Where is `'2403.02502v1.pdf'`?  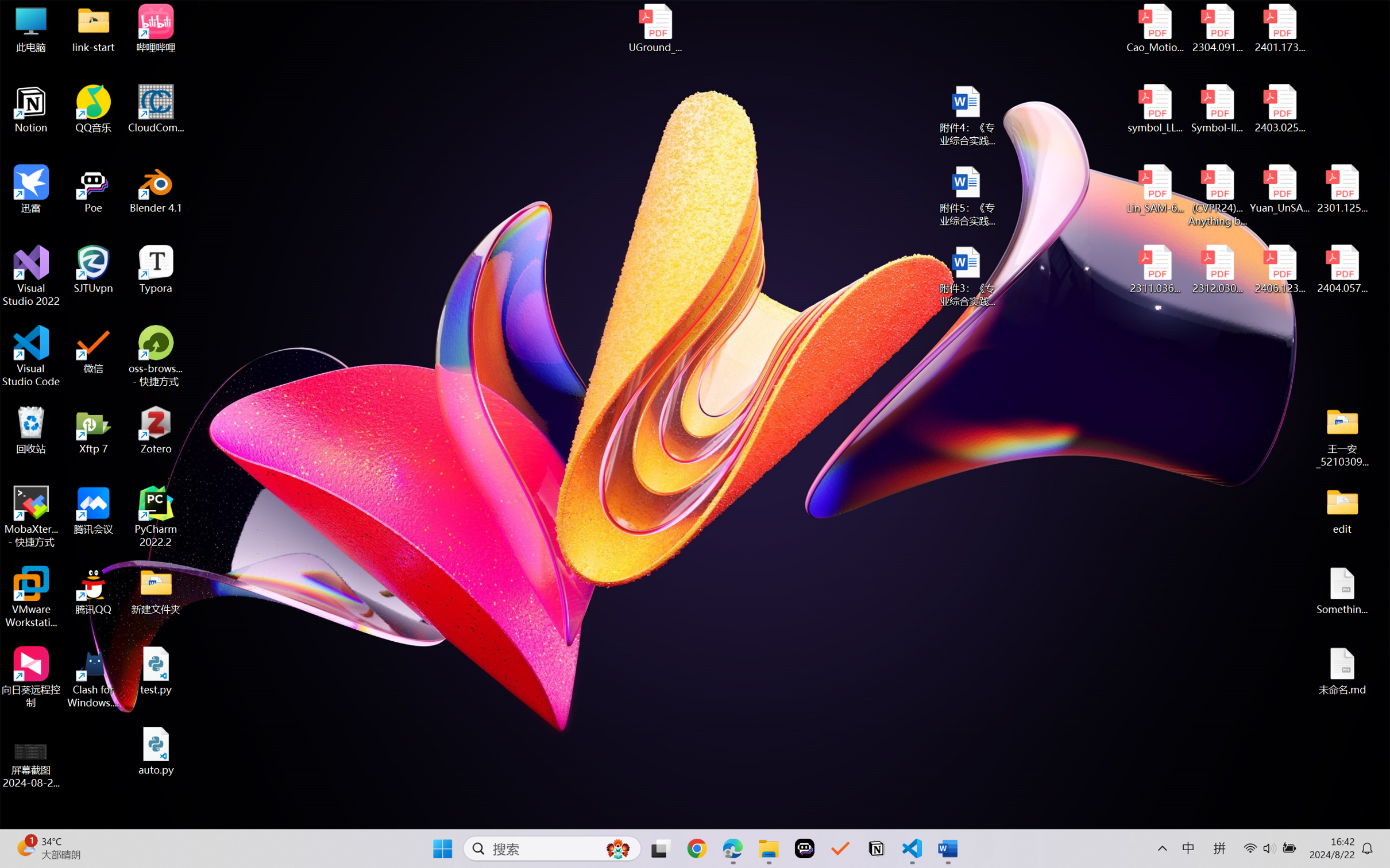 '2403.02502v1.pdf' is located at coordinates (1279, 109).